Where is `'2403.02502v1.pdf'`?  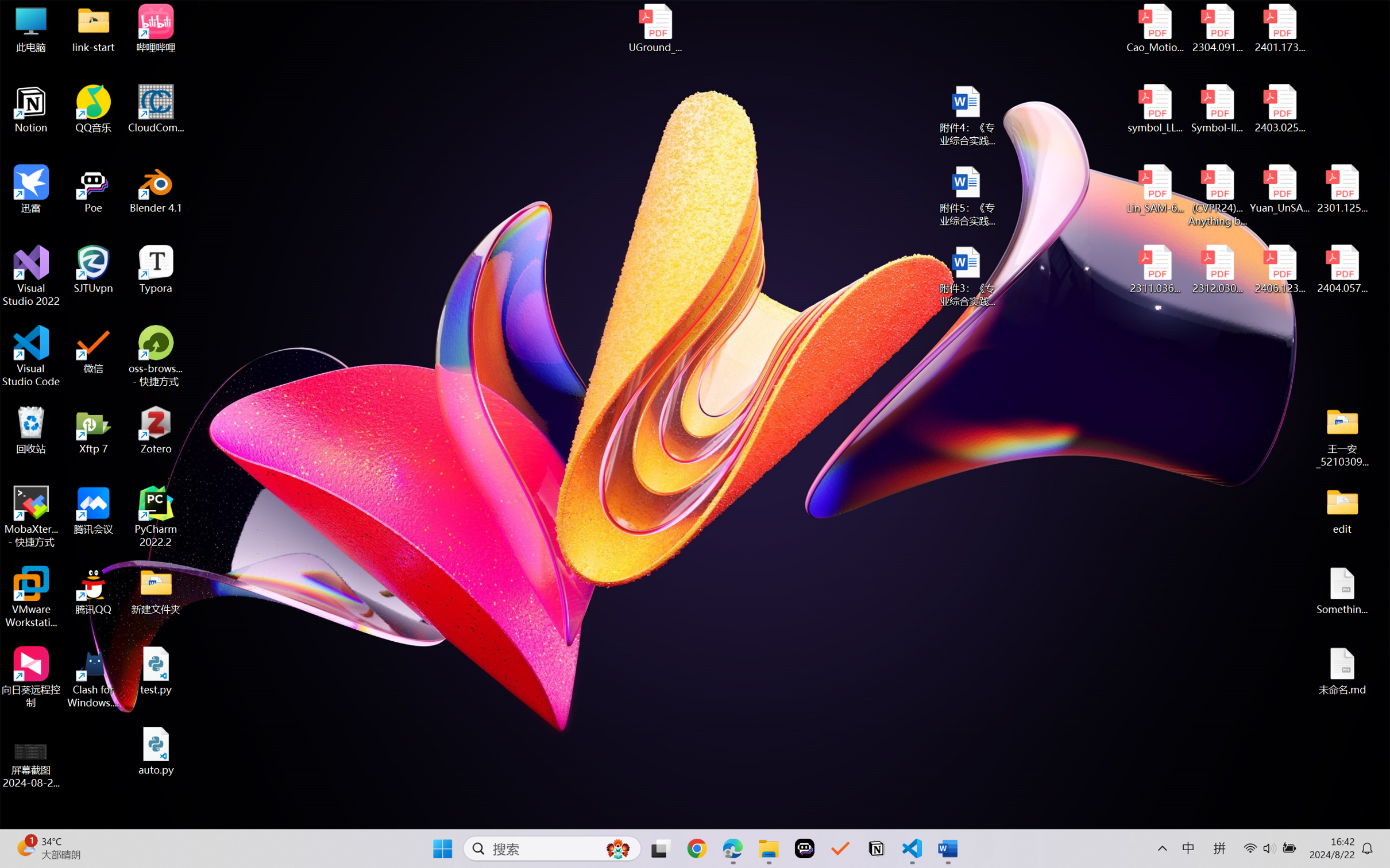 '2403.02502v1.pdf' is located at coordinates (1279, 109).